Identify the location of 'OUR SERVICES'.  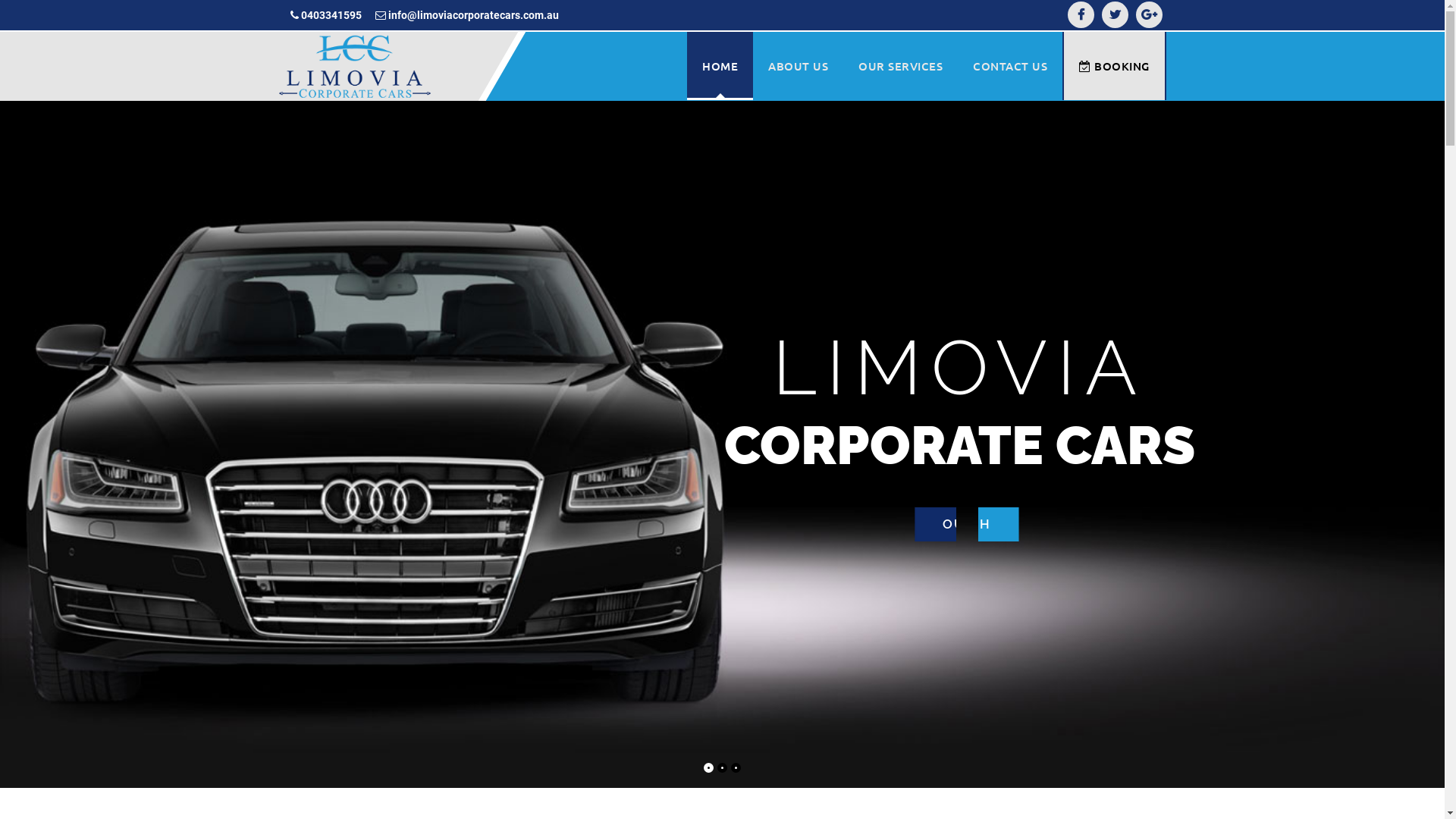
(900, 65).